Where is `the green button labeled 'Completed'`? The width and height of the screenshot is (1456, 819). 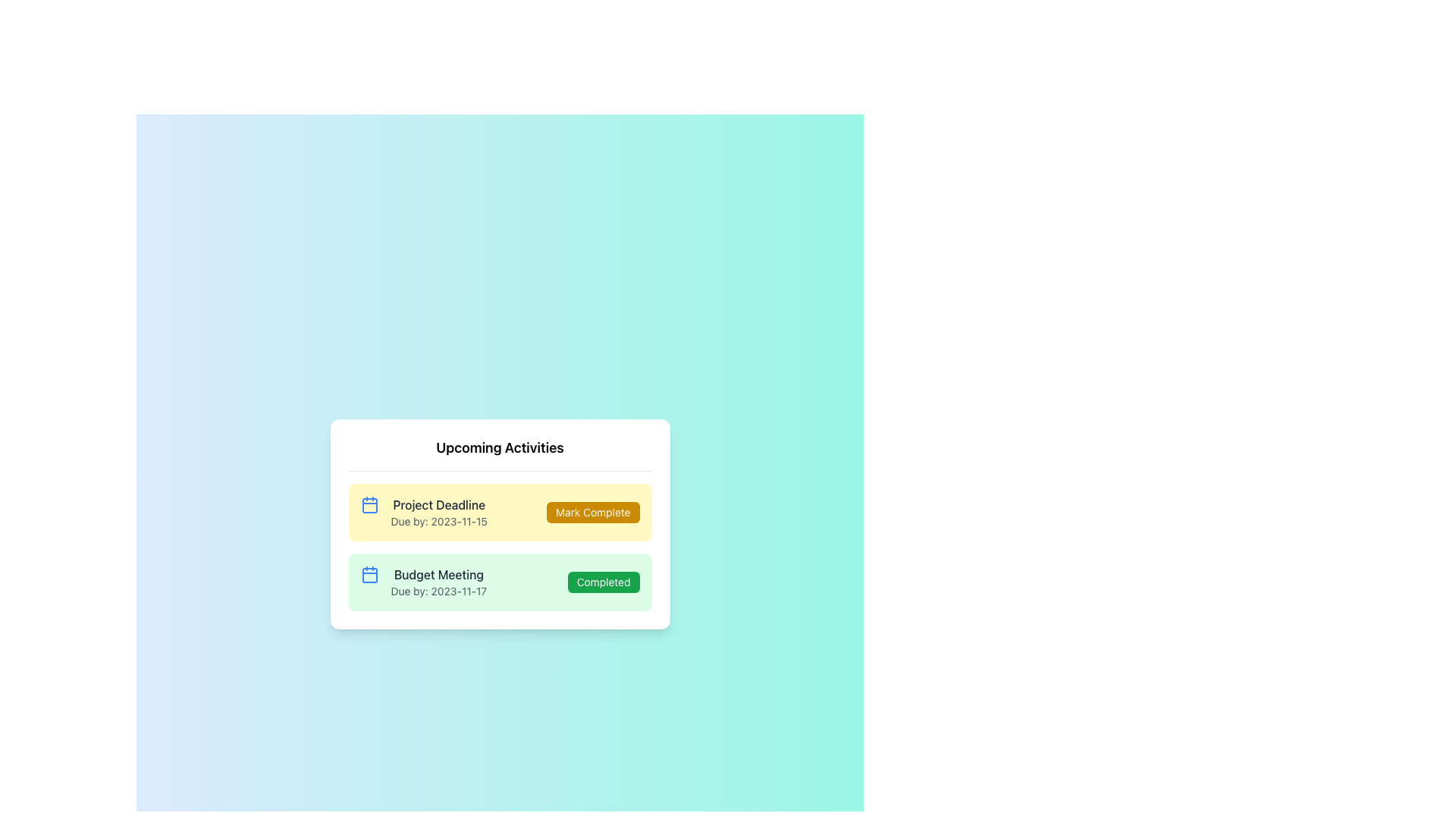
the green button labeled 'Completed' is located at coordinates (603, 581).